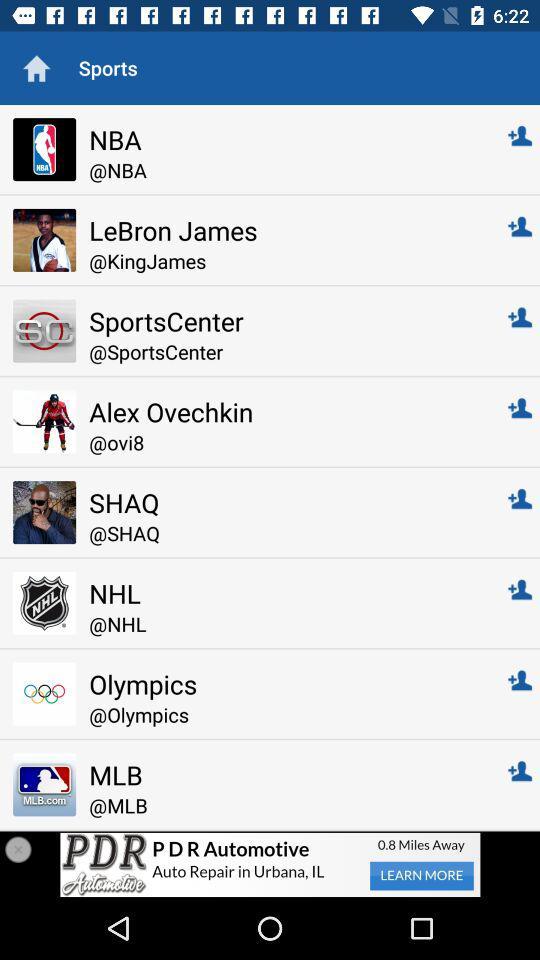  Describe the element at coordinates (270, 863) in the screenshot. I see `the advertisement 's website` at that location.